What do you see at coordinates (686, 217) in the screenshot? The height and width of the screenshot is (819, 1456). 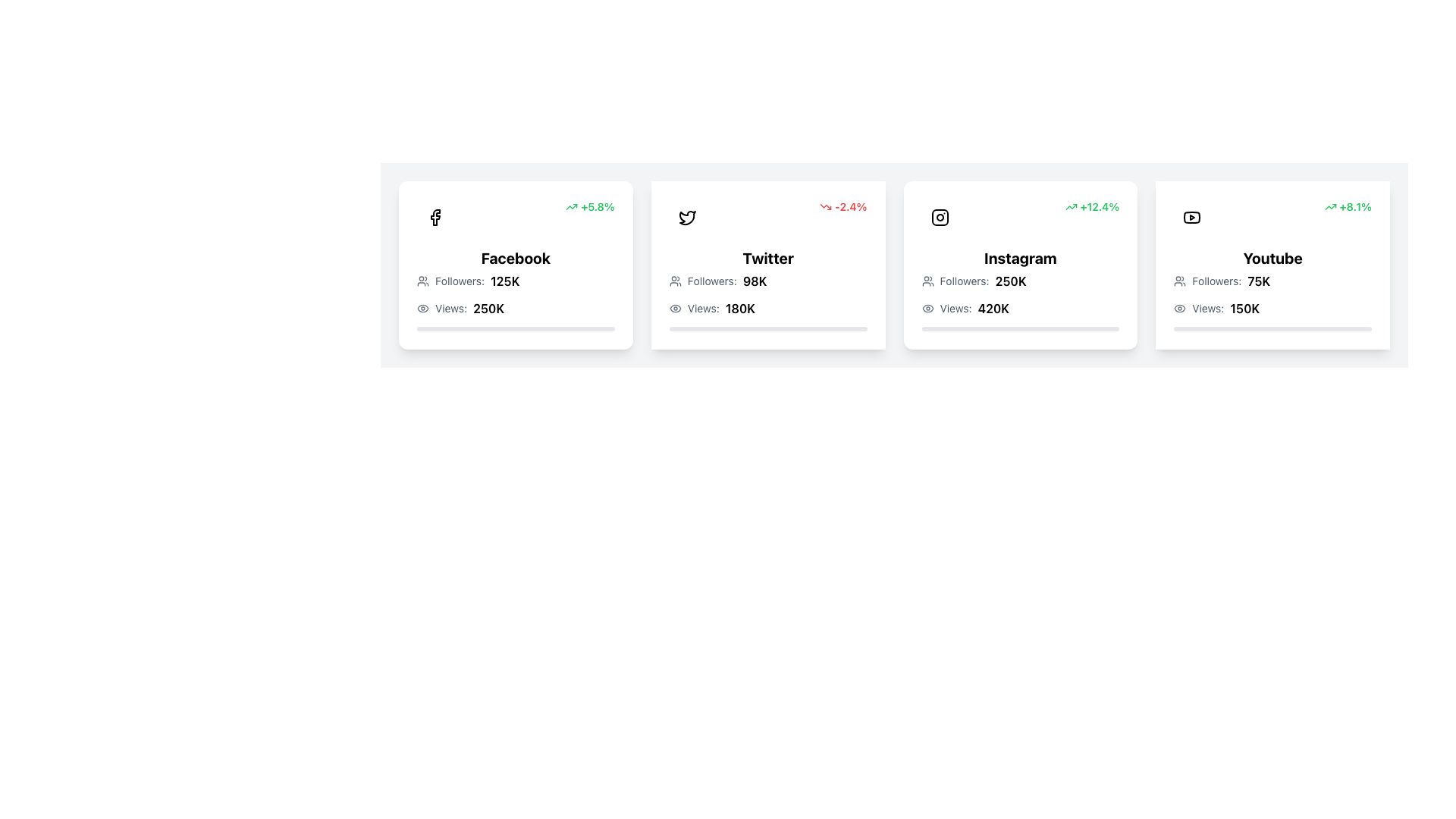 I see `the Twitter icon located at the top-left corner of the Twitter card, which serves as a visual branding element for the platform` at bounding box center [686, 217].